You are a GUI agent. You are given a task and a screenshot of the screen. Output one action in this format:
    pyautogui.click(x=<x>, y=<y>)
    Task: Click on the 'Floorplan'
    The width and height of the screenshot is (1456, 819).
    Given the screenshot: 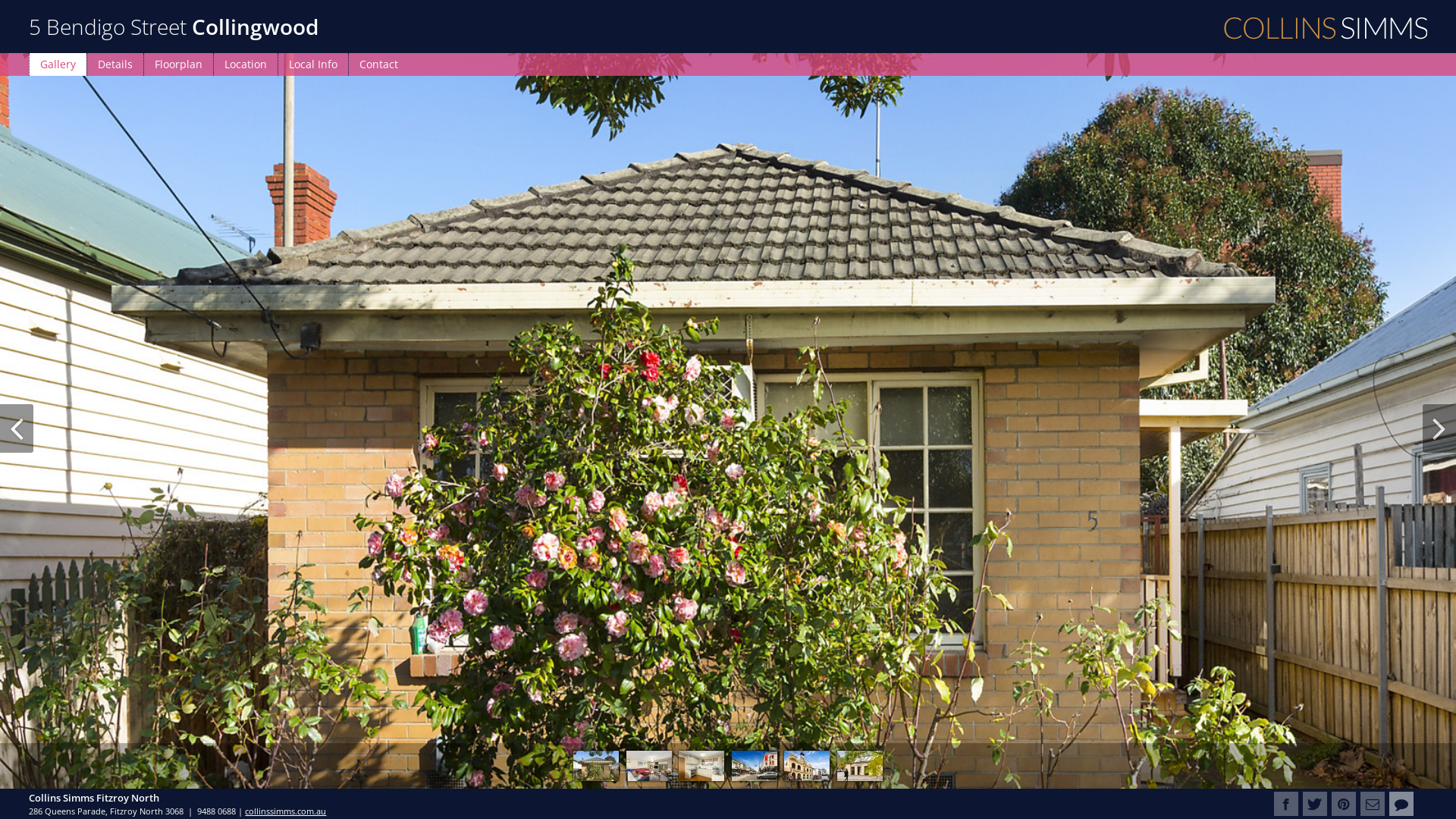 What is the action you would take?
    pyautogui.click(x=178, y=63)
    